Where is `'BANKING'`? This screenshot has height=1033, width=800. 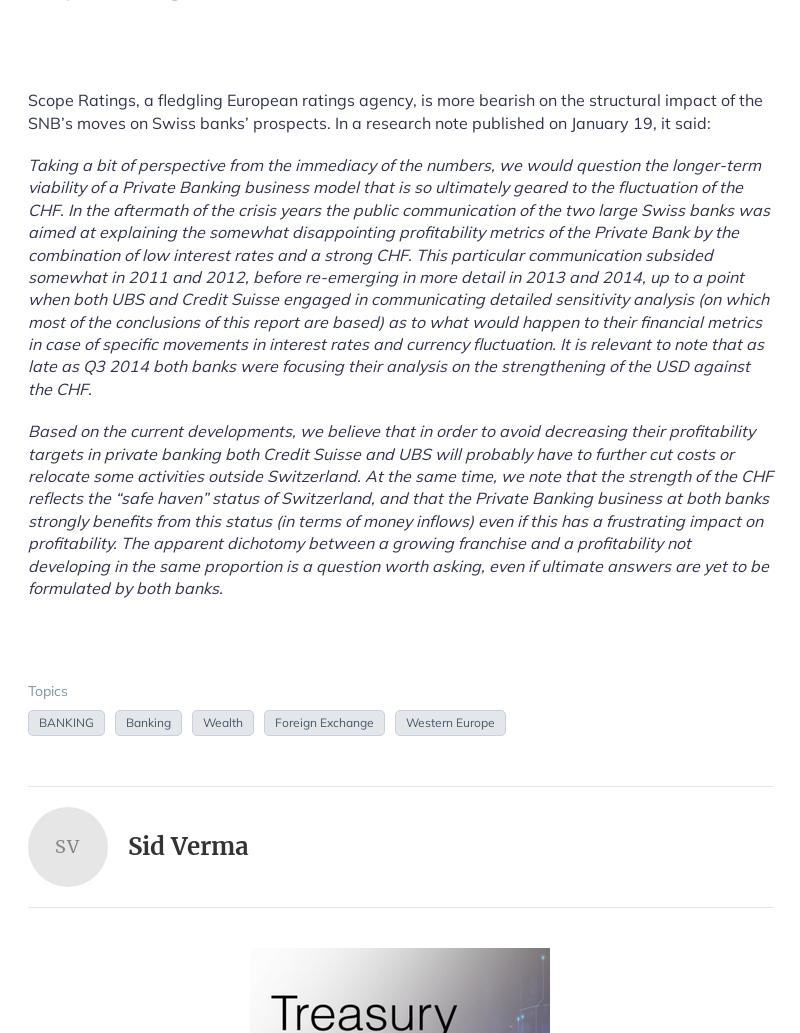 'BANKING' is located at coordinates (64, 721).